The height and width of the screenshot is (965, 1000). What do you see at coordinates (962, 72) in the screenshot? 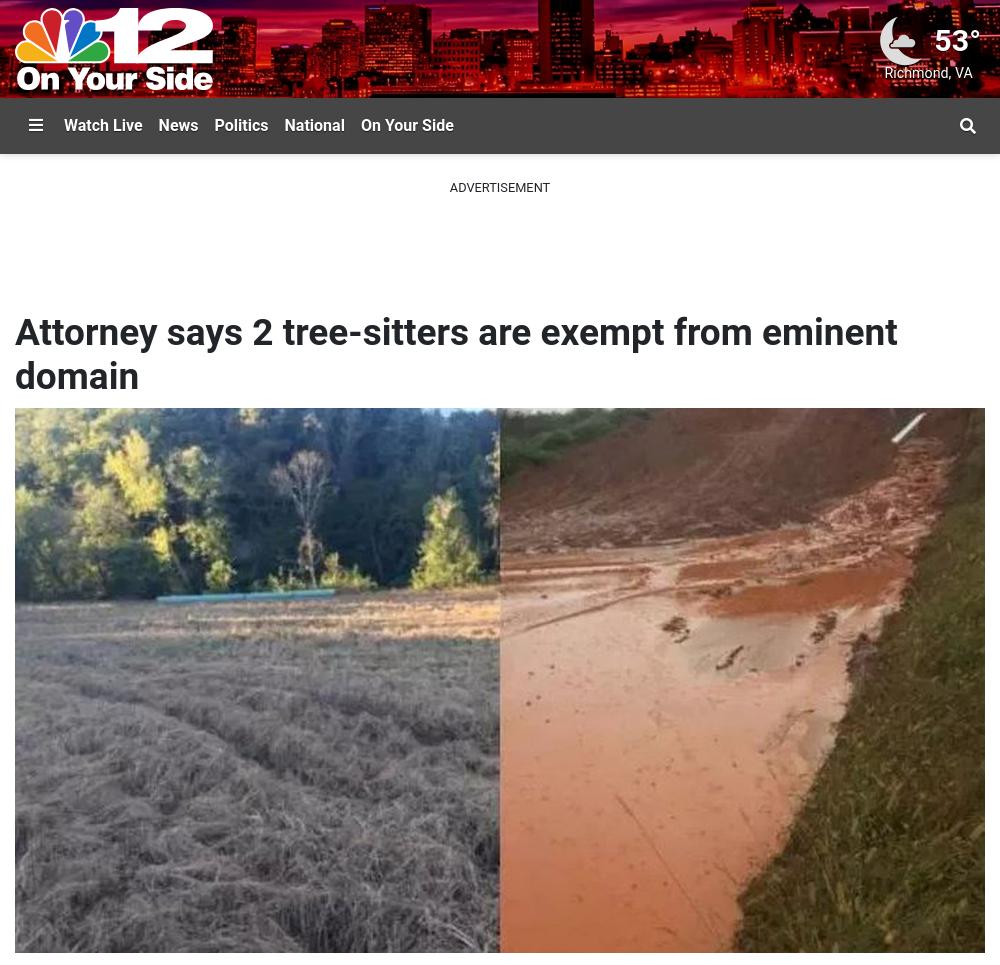
I see `'VA'` at bounding box center [962, 72].